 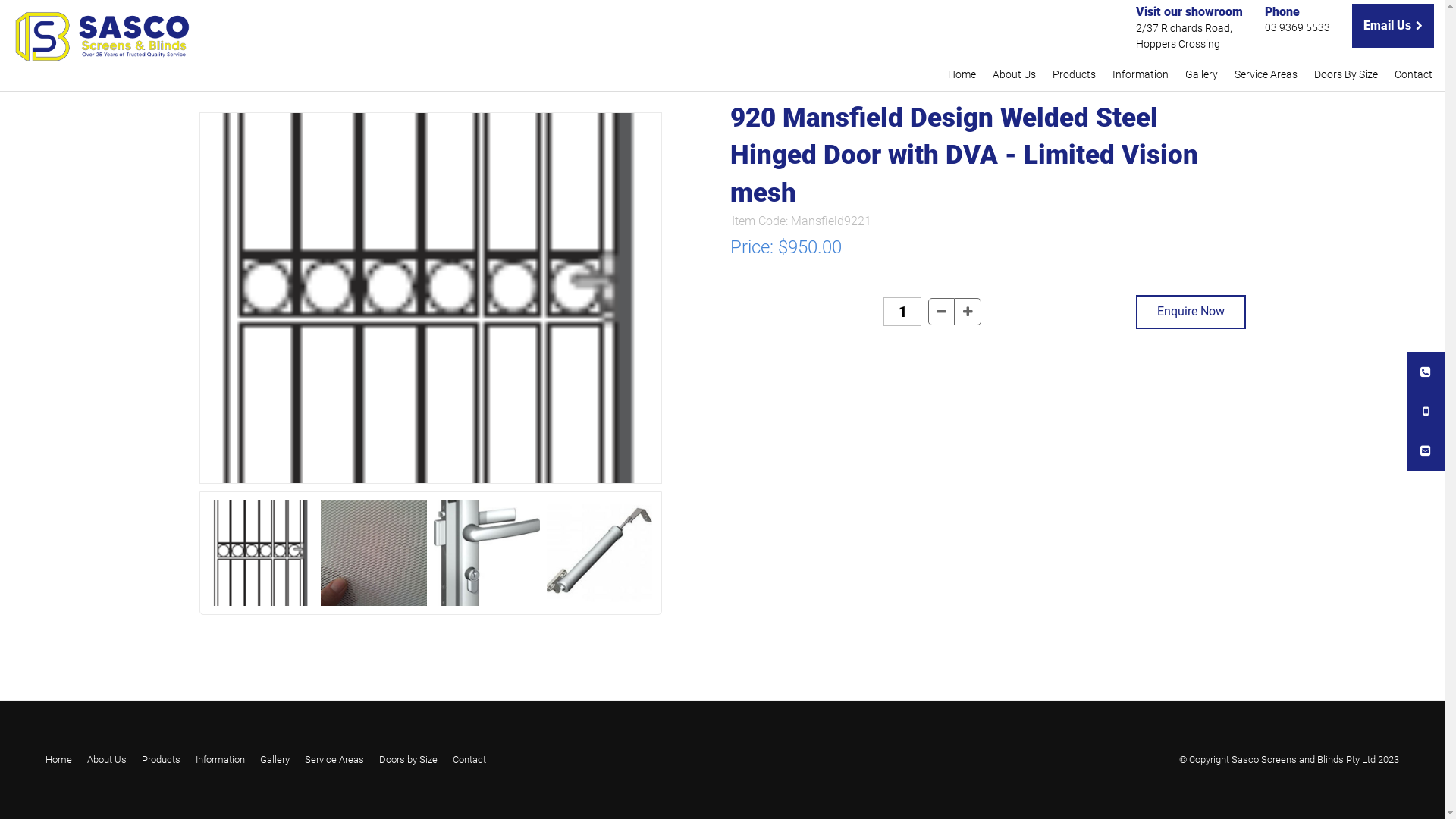 What do you see at coordinates (1200, 74) in the screenshot?
I see `'Gallery'` at bounding box center [1200, 74].